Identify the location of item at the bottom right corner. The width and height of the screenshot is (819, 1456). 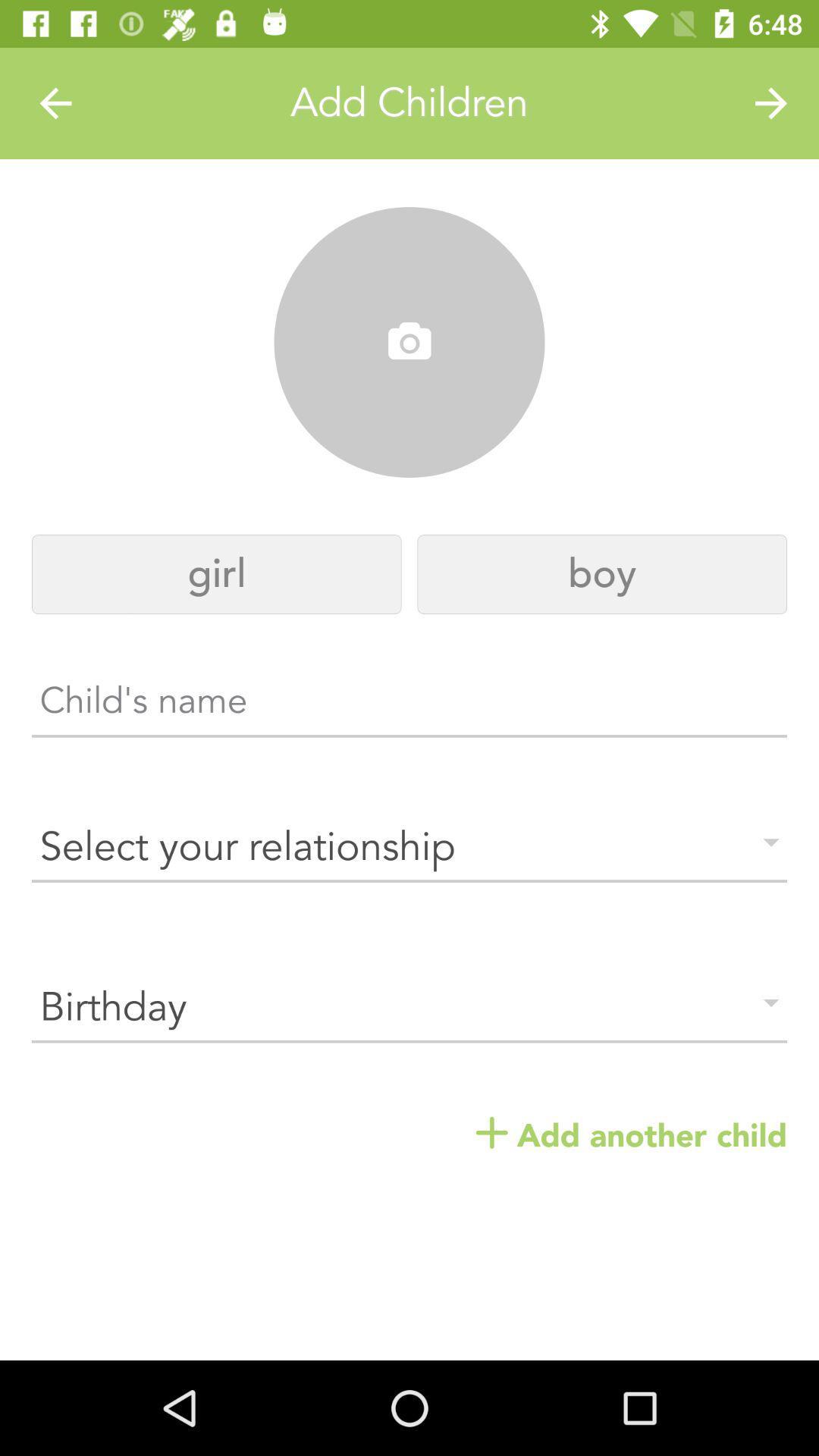
(631, 1136).